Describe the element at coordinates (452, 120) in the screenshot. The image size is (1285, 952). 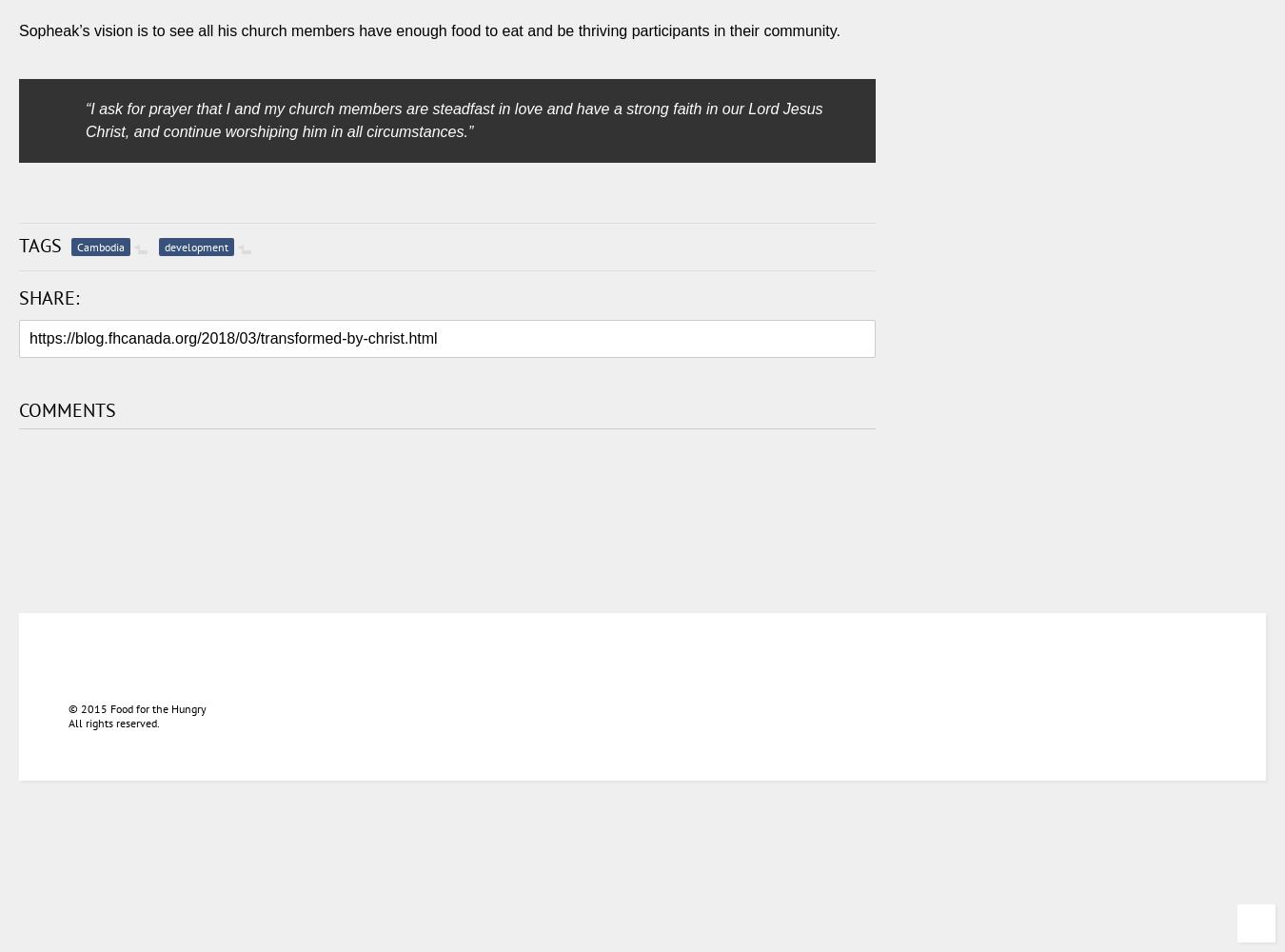
I see `'“I ask for prayer that I and my church members are steadfast in love and have a strong faith in our Lord Jesus Christ, and continue worshiping him in all circumstances.”'` at that location.